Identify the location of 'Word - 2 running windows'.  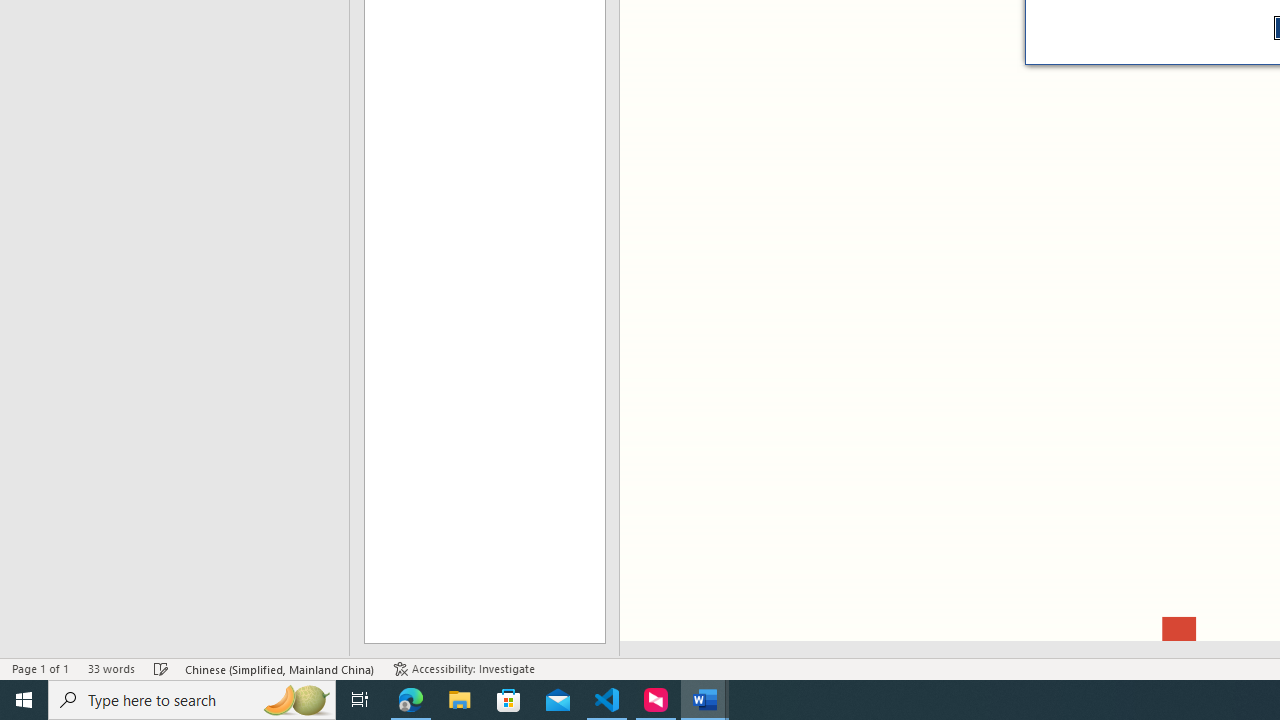
(705, 698).